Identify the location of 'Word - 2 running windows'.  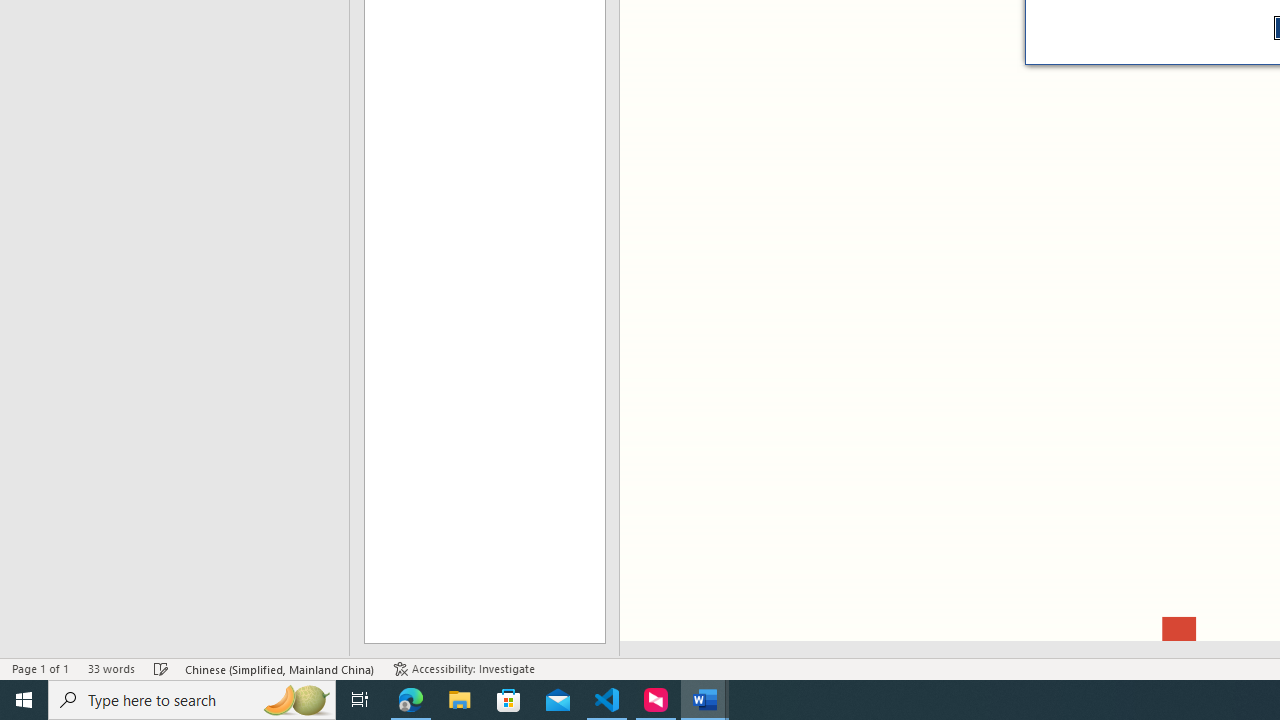
(705, 698).